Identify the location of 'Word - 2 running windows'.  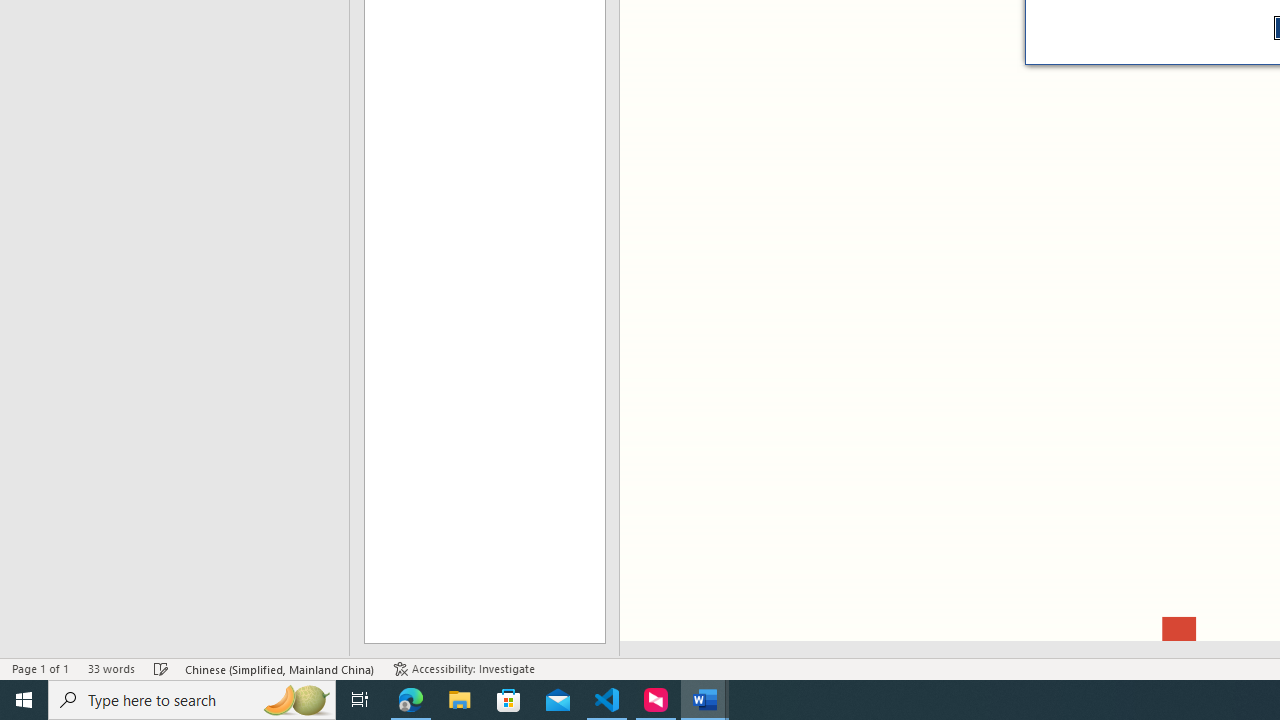
(705, 698).